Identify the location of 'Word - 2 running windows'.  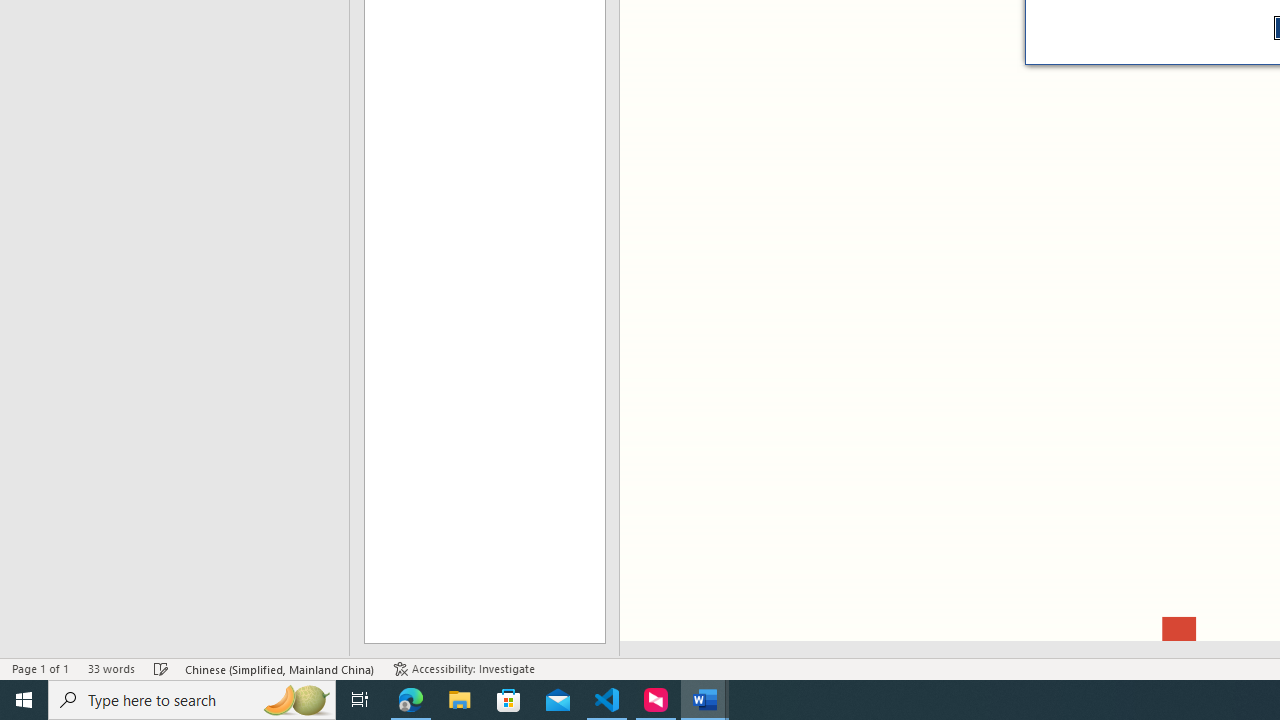
(705, 698).